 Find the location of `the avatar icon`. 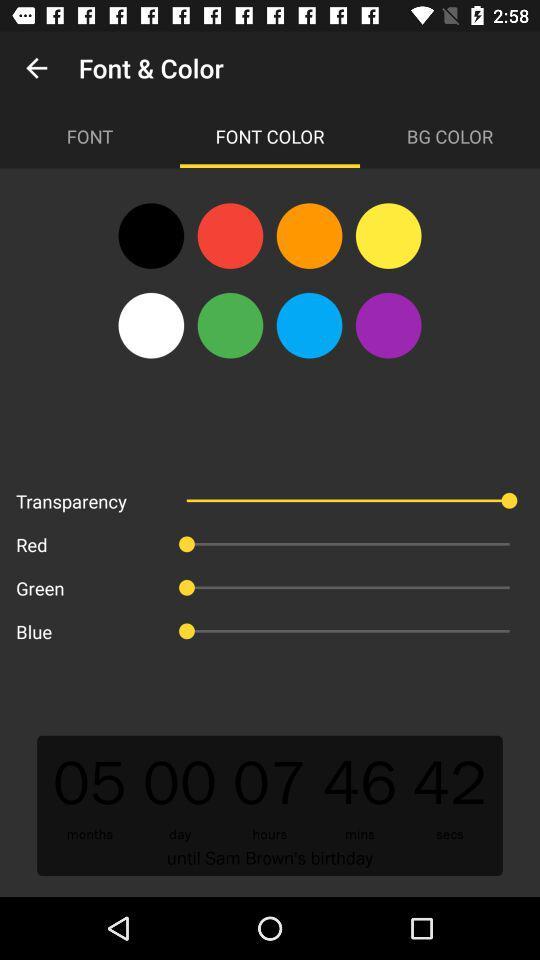

the avatar icon is located at coordinates (309, 325).